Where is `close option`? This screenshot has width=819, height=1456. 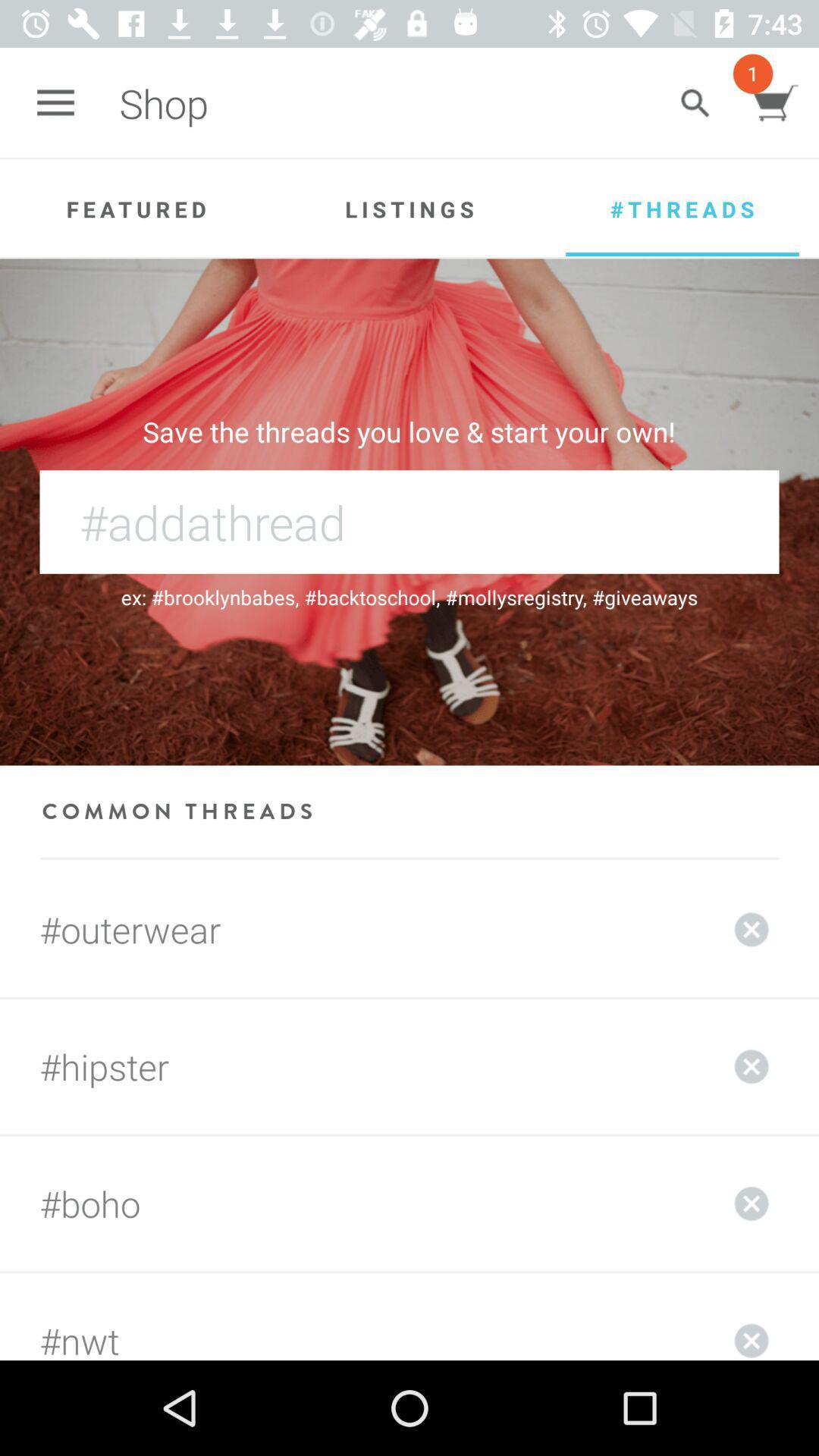 close option is located at coordinates (752, 1203).